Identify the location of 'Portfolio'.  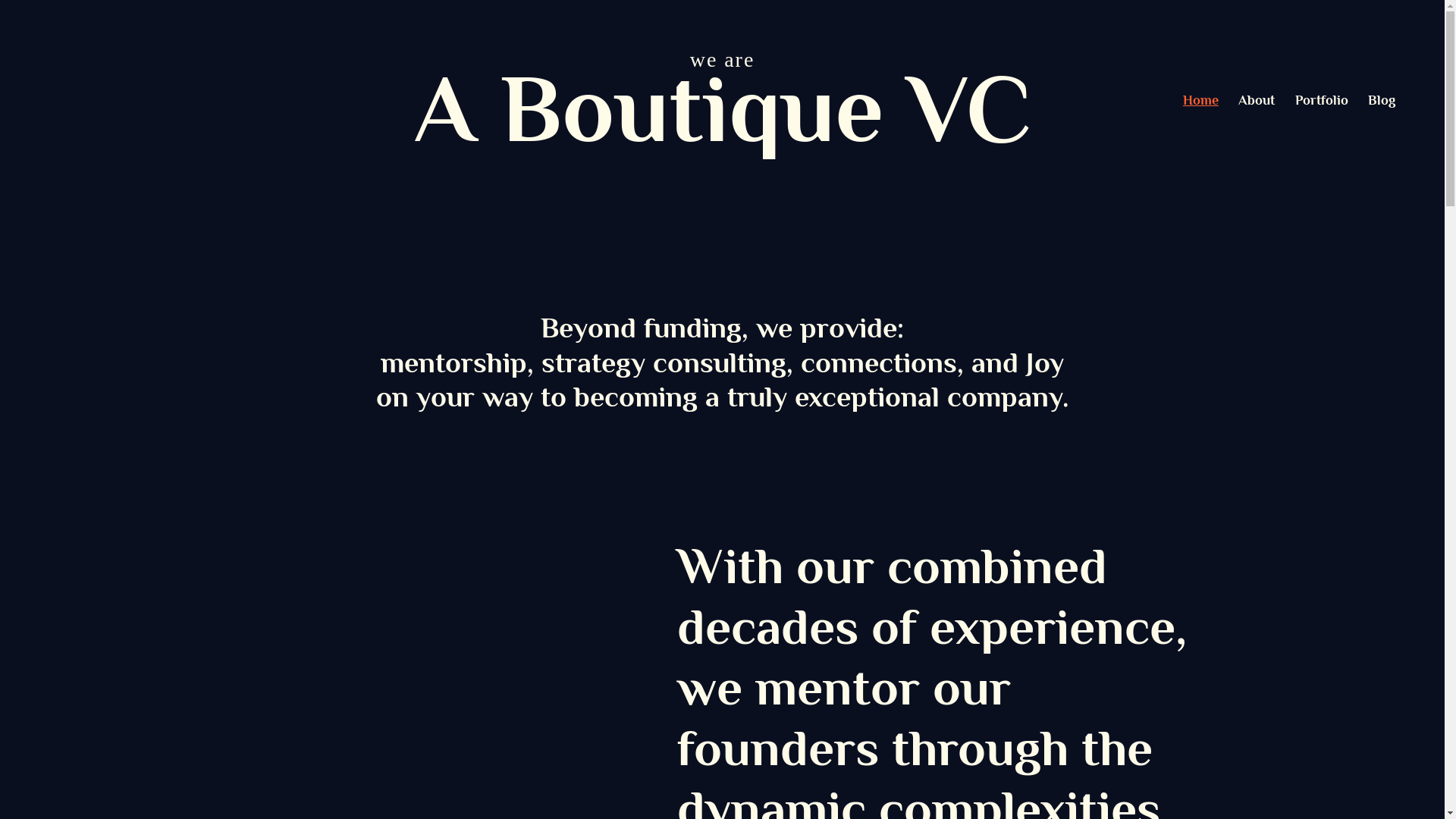
(1320, 99).